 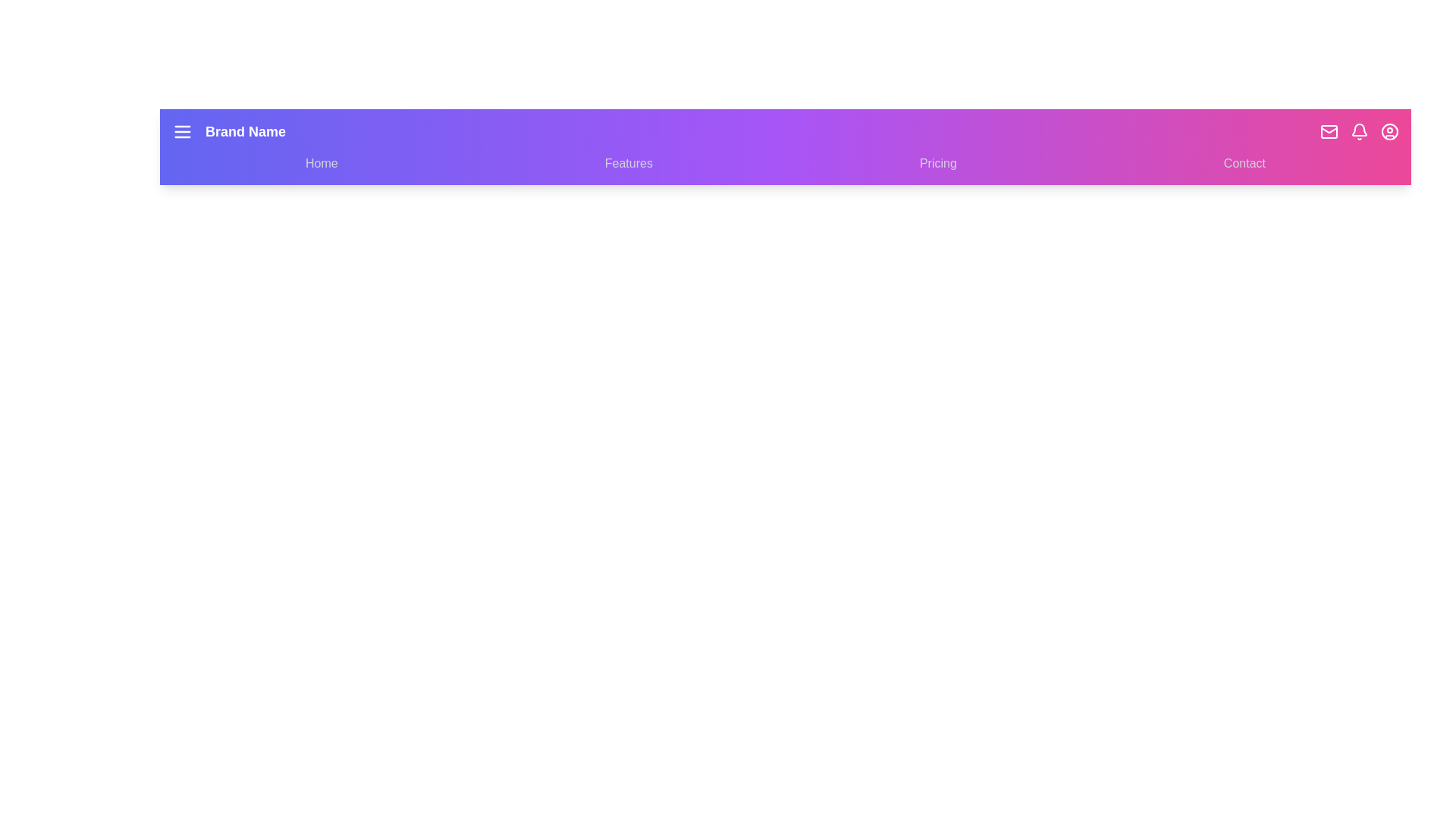 What do you see at coordinates (320, 164) in the screenshot?
I see `the navigation link labeled Home` at bounding box center [320, 164].